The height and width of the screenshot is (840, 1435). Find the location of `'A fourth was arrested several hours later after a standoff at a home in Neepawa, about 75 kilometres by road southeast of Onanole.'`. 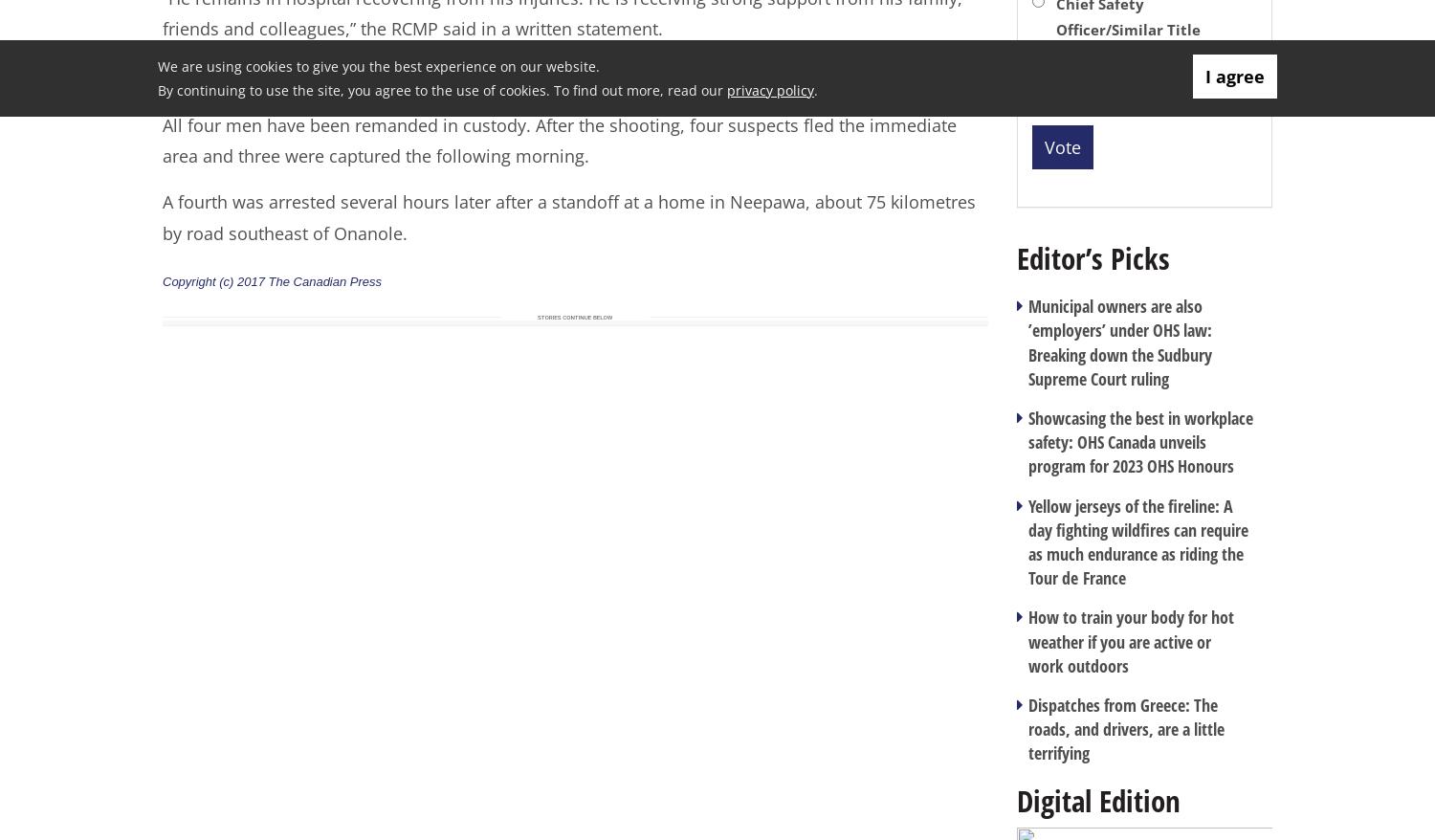

'A fourth was arrested several hours later after a standoff at a home in Neepawa, about 75 kilometres by road southeast of Onanole.' is located at coordinates (568, 216).